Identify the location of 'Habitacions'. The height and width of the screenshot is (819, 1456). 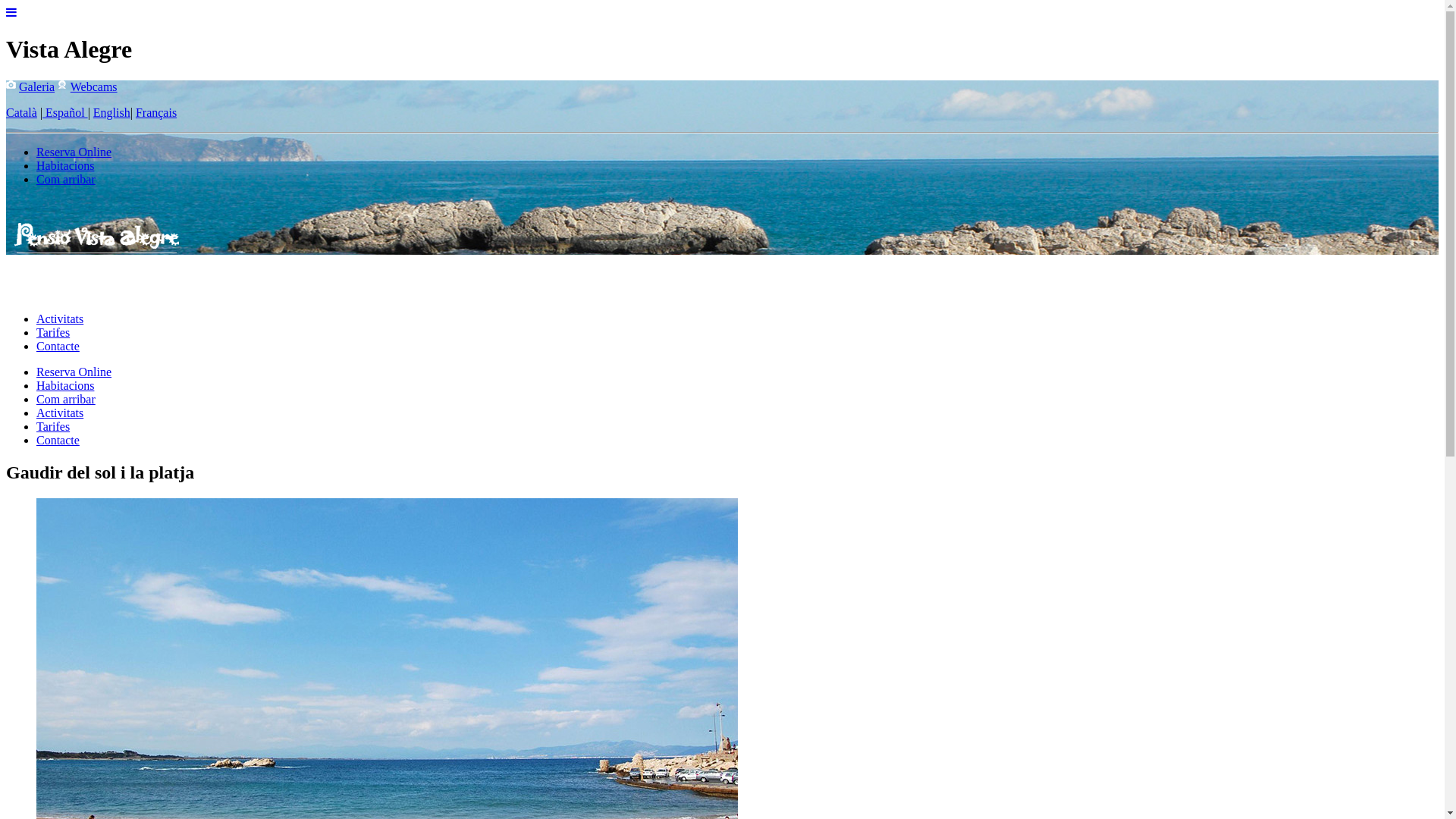
(64, 384).